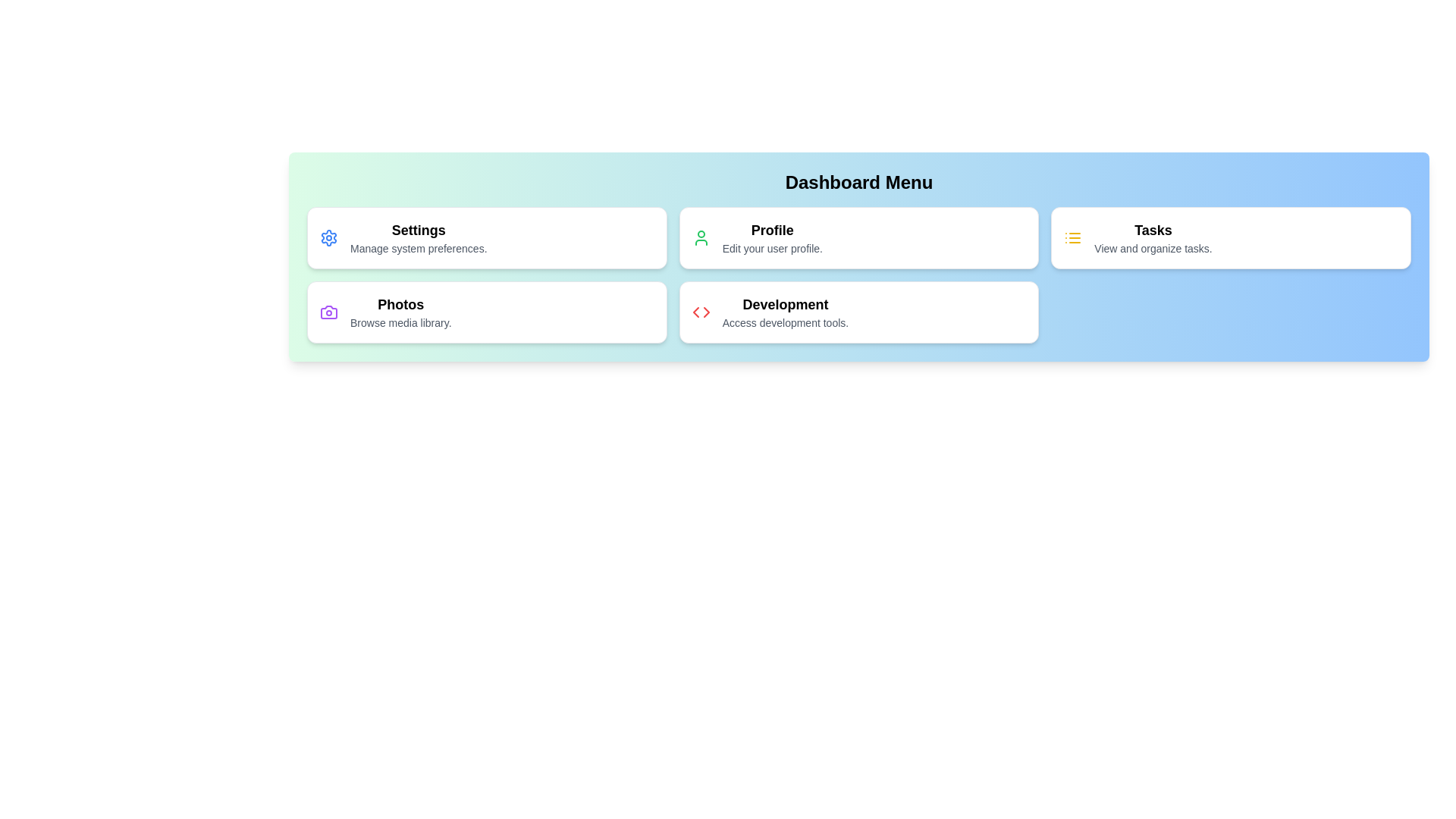  Describe the element at coordinates (858, 237) in the screenshot. I see `the menu item labeled Profile to navigate to its associated functionality` at that location.